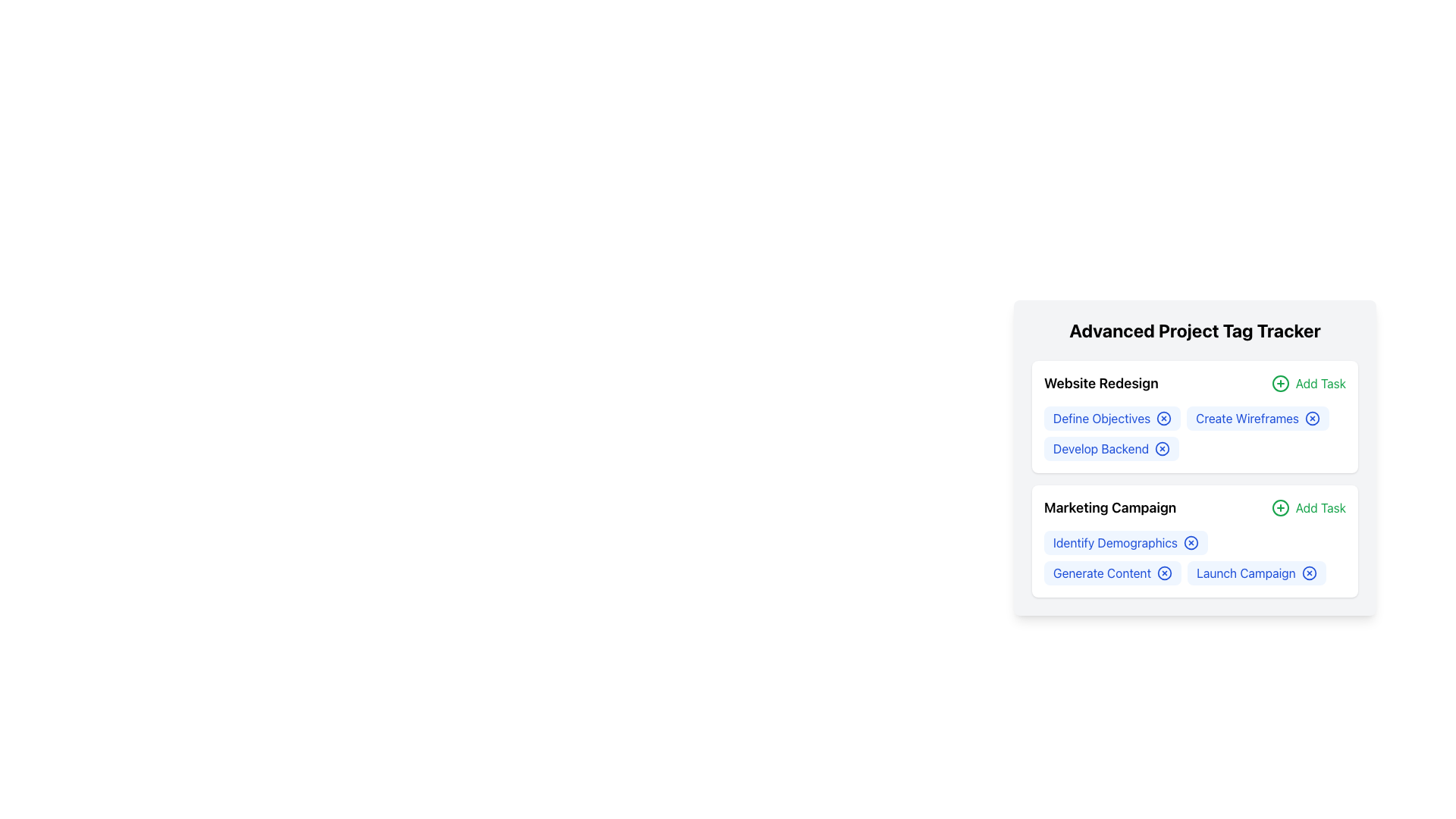 The height and width of the screenshot is (819, 1456). Describe the element at coordinates (1279, 382) in the screenshot. I see `the icon/button located to the right of the 'Add Task' text in the 'Website Redesign' section` at that location.